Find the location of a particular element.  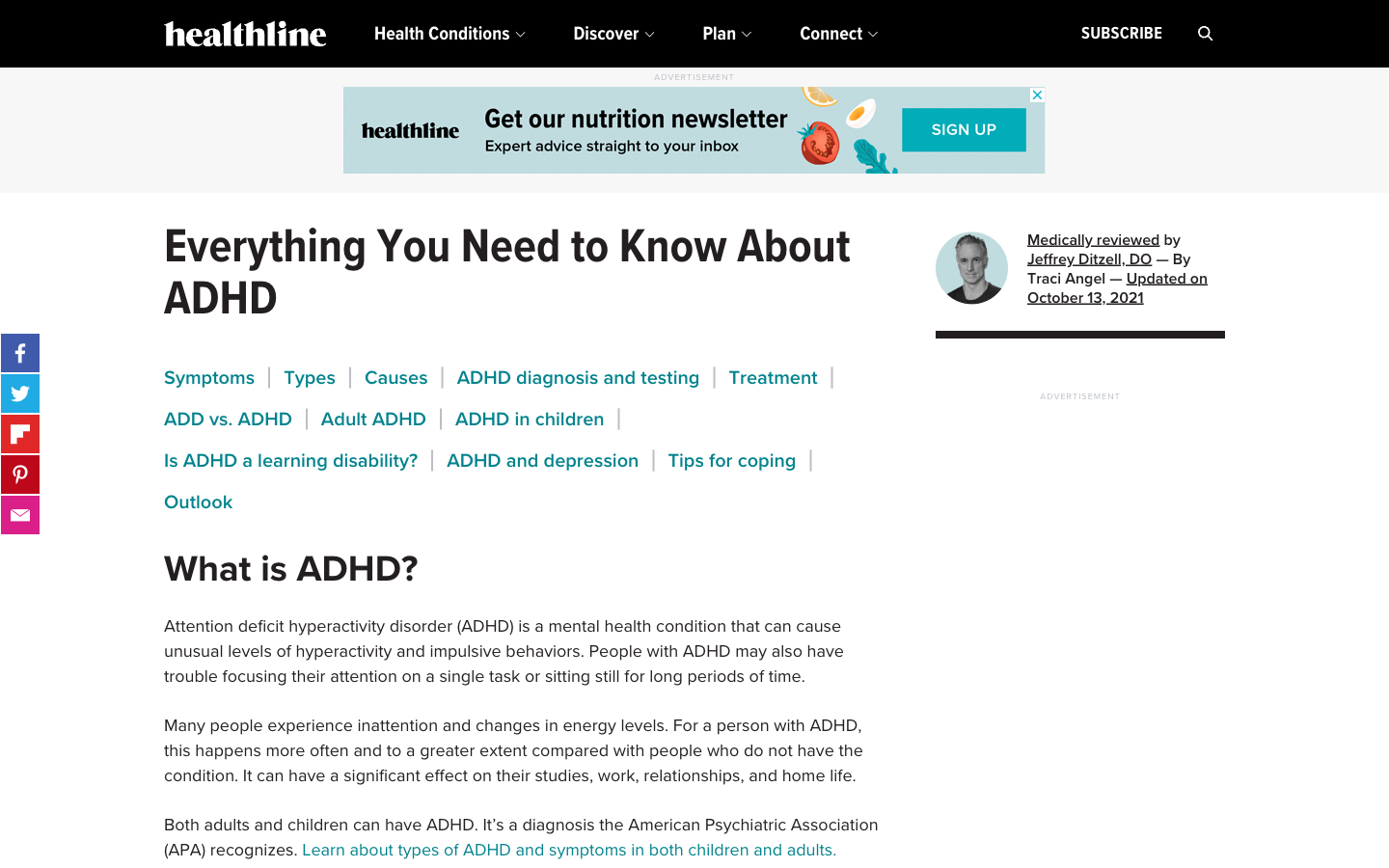

Look up strategies for dealing with ADHD is located at coordinates (730, 459).